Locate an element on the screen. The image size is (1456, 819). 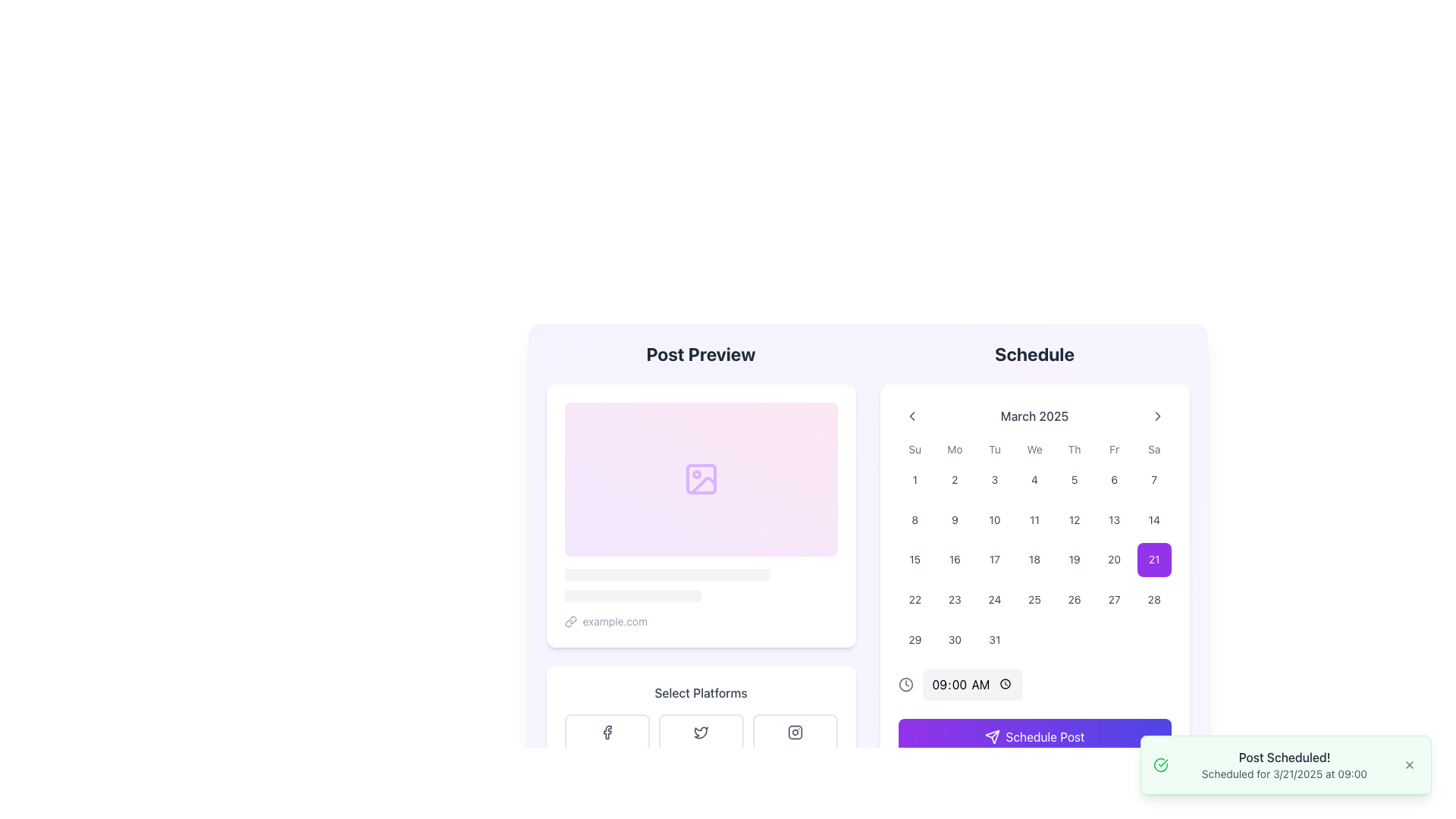
the calendar button displaying the date '23' in the 4th column and 4th row of the March 2025 calendar grid is located at coordinates (954, 598).